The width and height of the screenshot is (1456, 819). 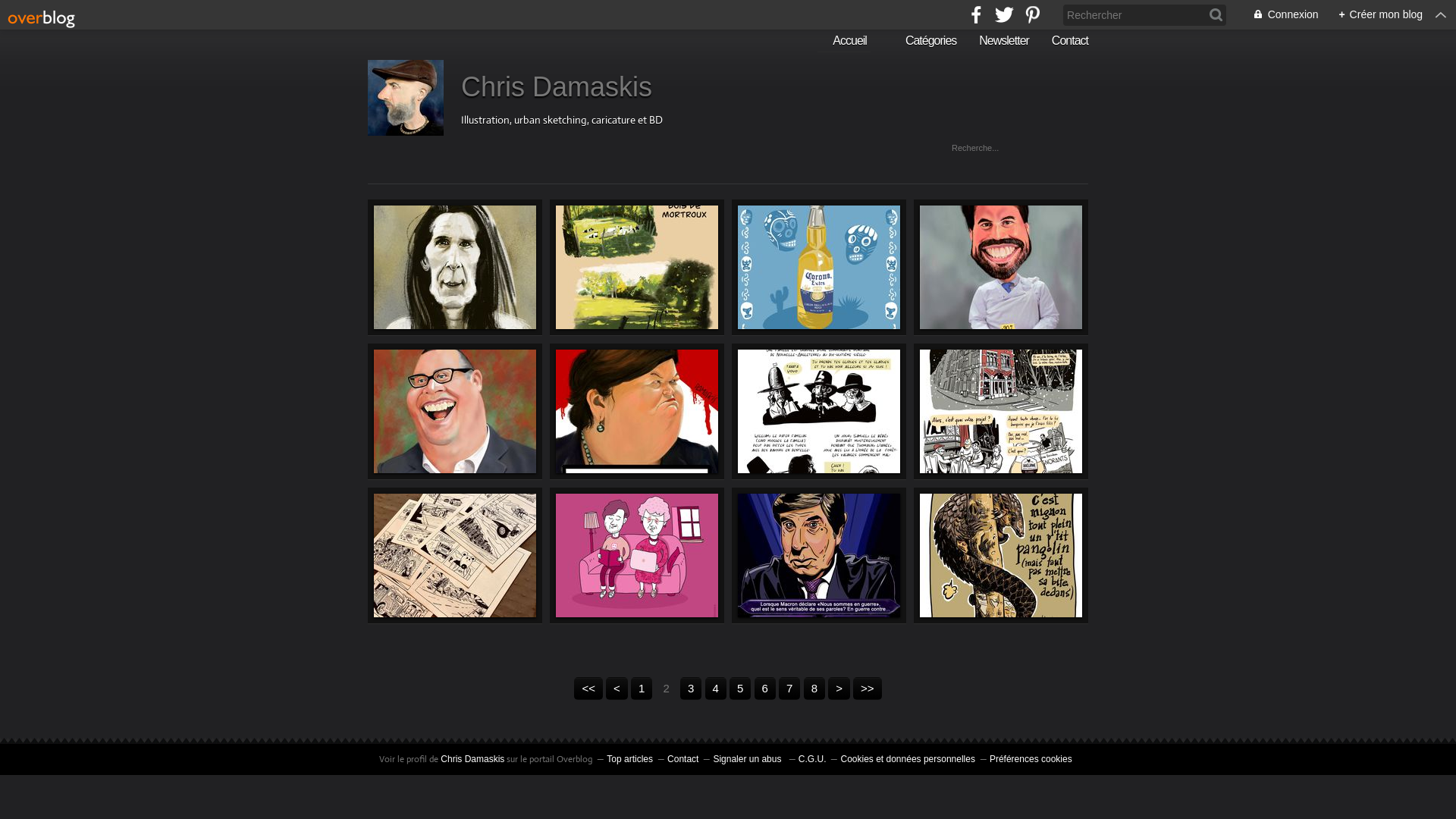 I want to click on 'Newsletter', so click(x=1004, y=40).